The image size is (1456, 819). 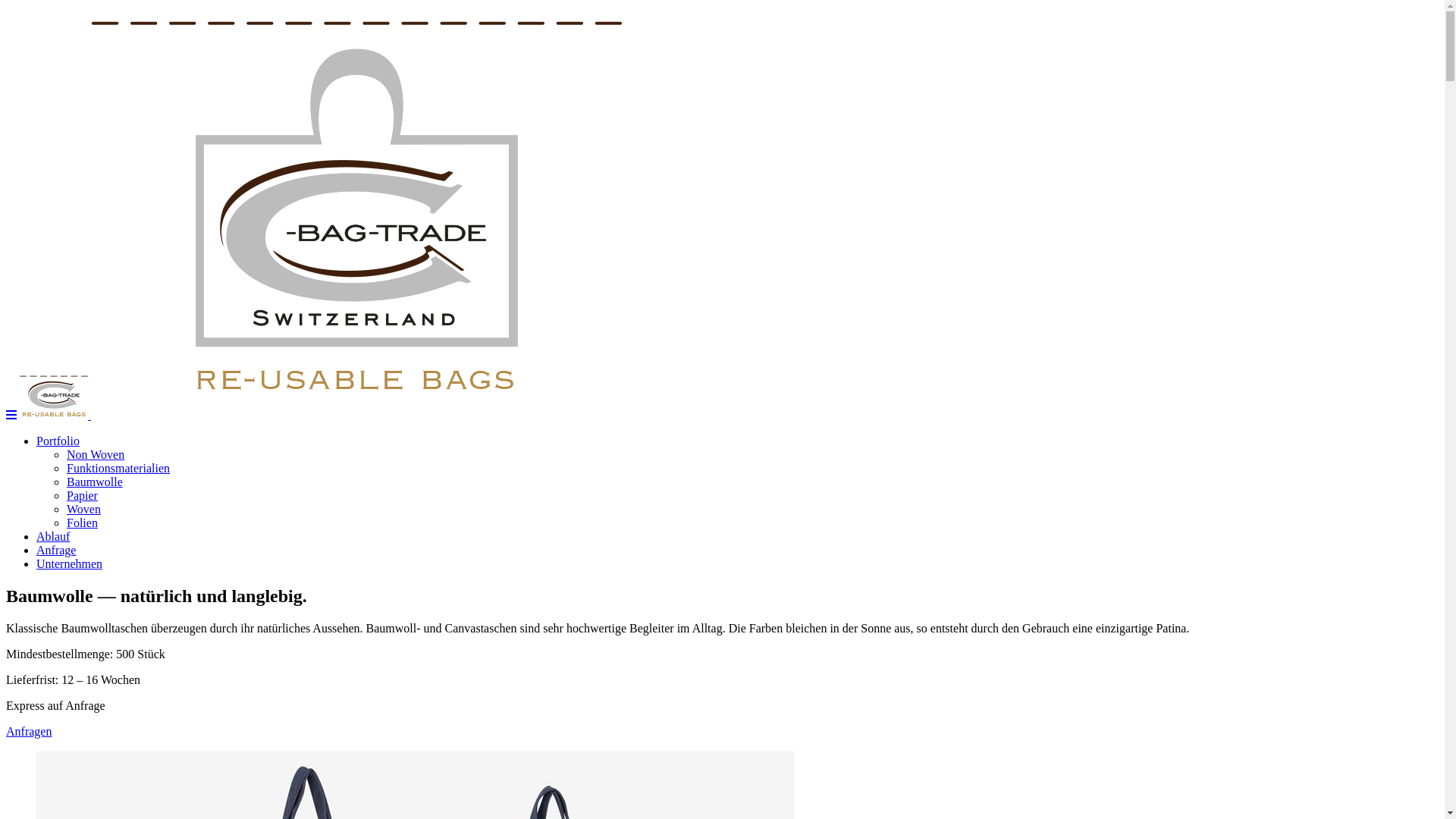 What do you see at coordinates (65, 482) in the screenshot?
I see `'Baumwolle'` at bounding box center [65, 482].